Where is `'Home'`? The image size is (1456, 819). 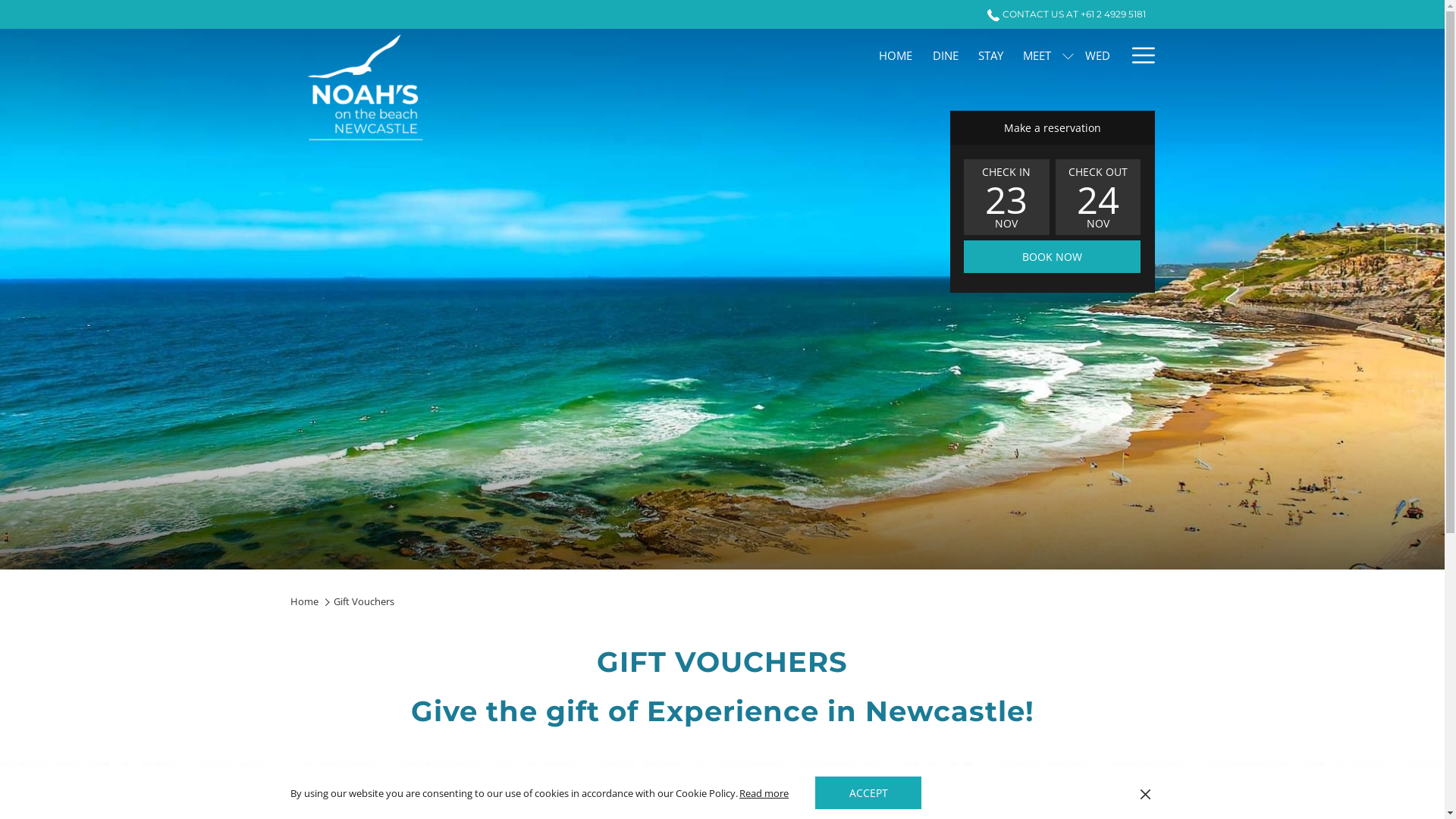
'Home' is located at coordinates (304, 601).